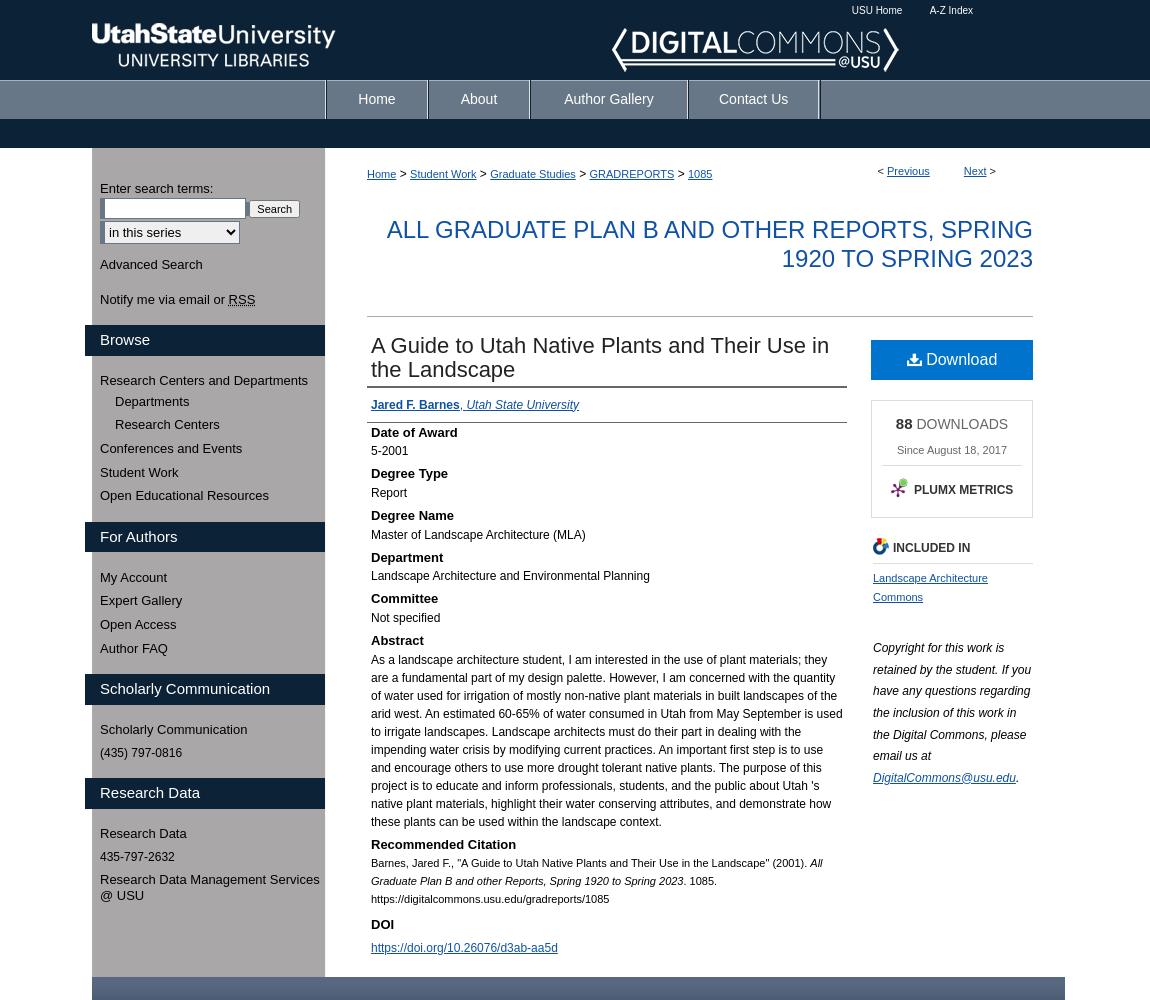  Describe the element at coordinates (699, 174) in the screenshot. I see `'1085'` at that location.